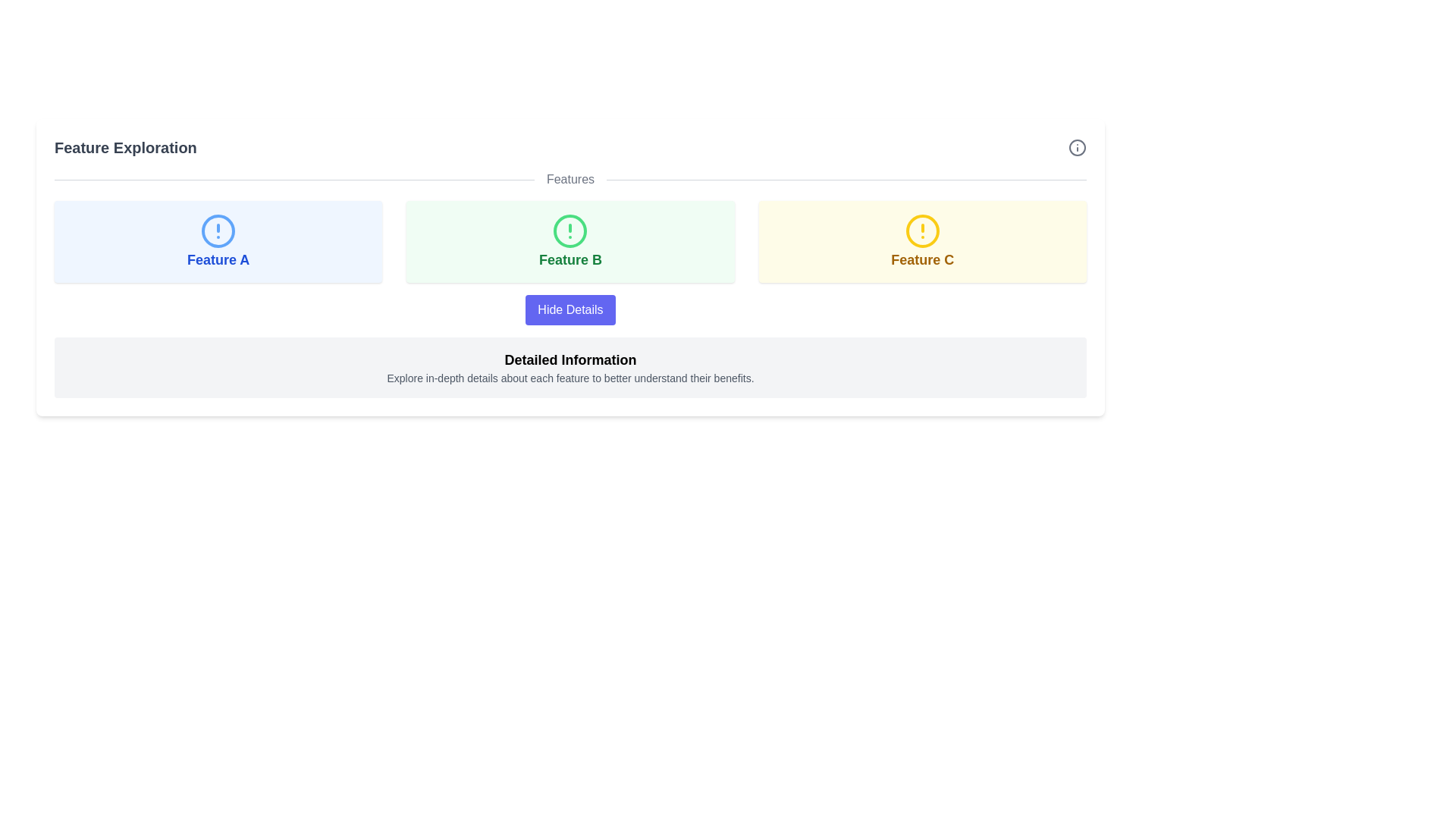 Image resolution: width=1456 pixels, height=819 pixels. What do you see at coordinates (1076, 148) in the screenshot?
I see `the primary circular component of the informational icon located in the upper-right corner of the interface` at bounding box center [1076, 148].